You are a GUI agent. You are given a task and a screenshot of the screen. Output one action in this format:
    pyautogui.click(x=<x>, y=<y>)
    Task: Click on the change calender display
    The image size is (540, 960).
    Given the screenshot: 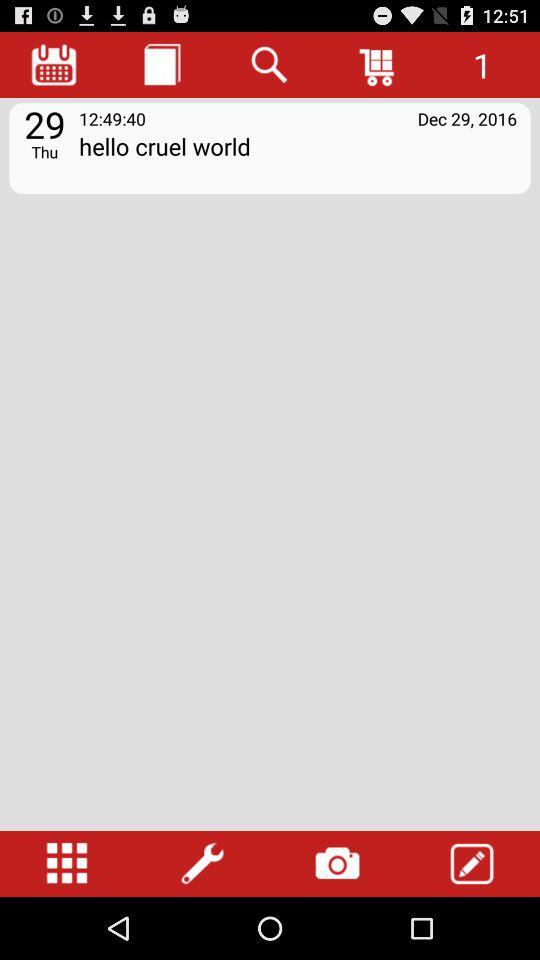 What is the action you would take?
    pyautogui.click(x=54, y=64)
    